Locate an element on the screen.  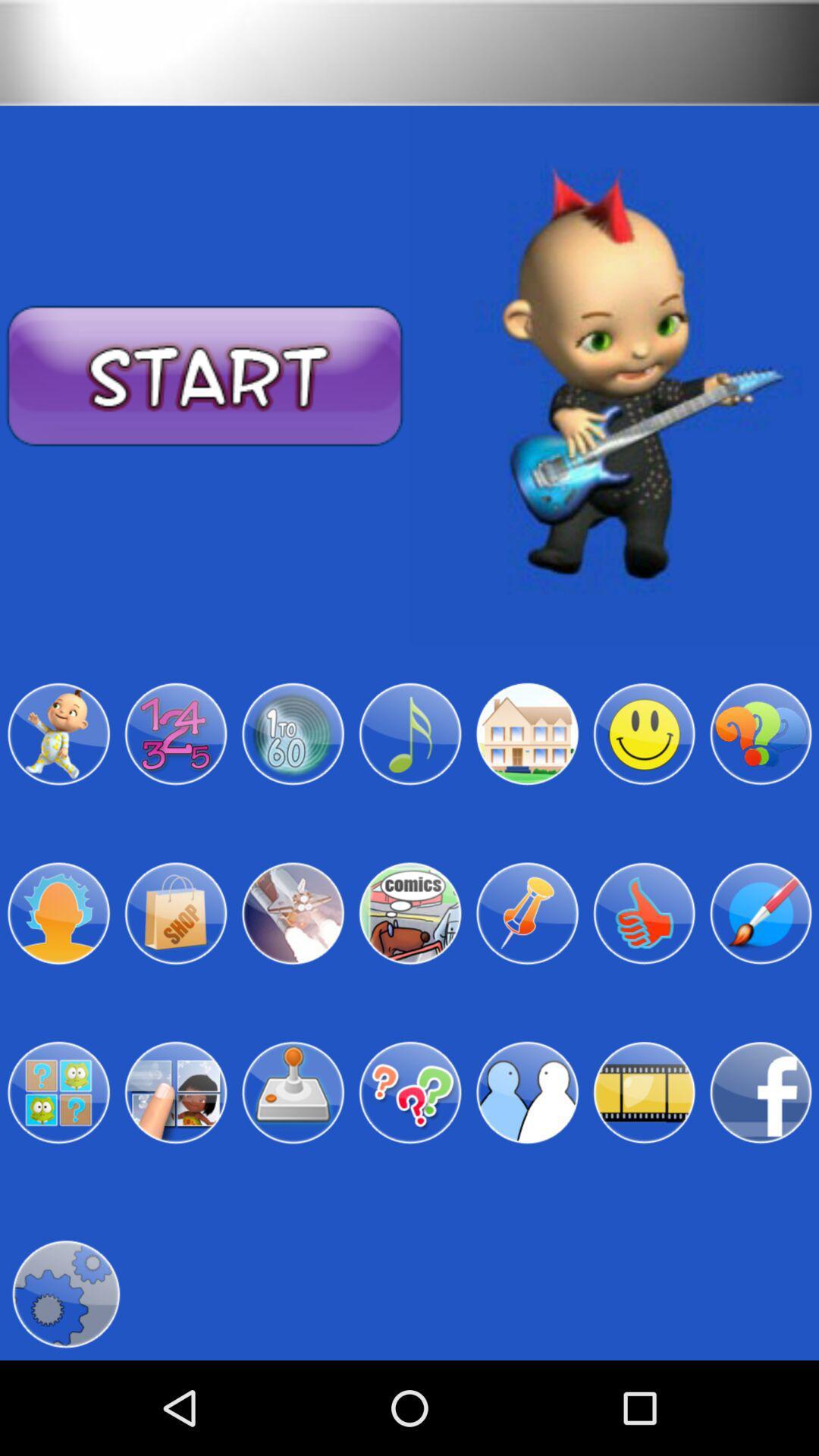
1-60 option is located at coordinates (293, 734).